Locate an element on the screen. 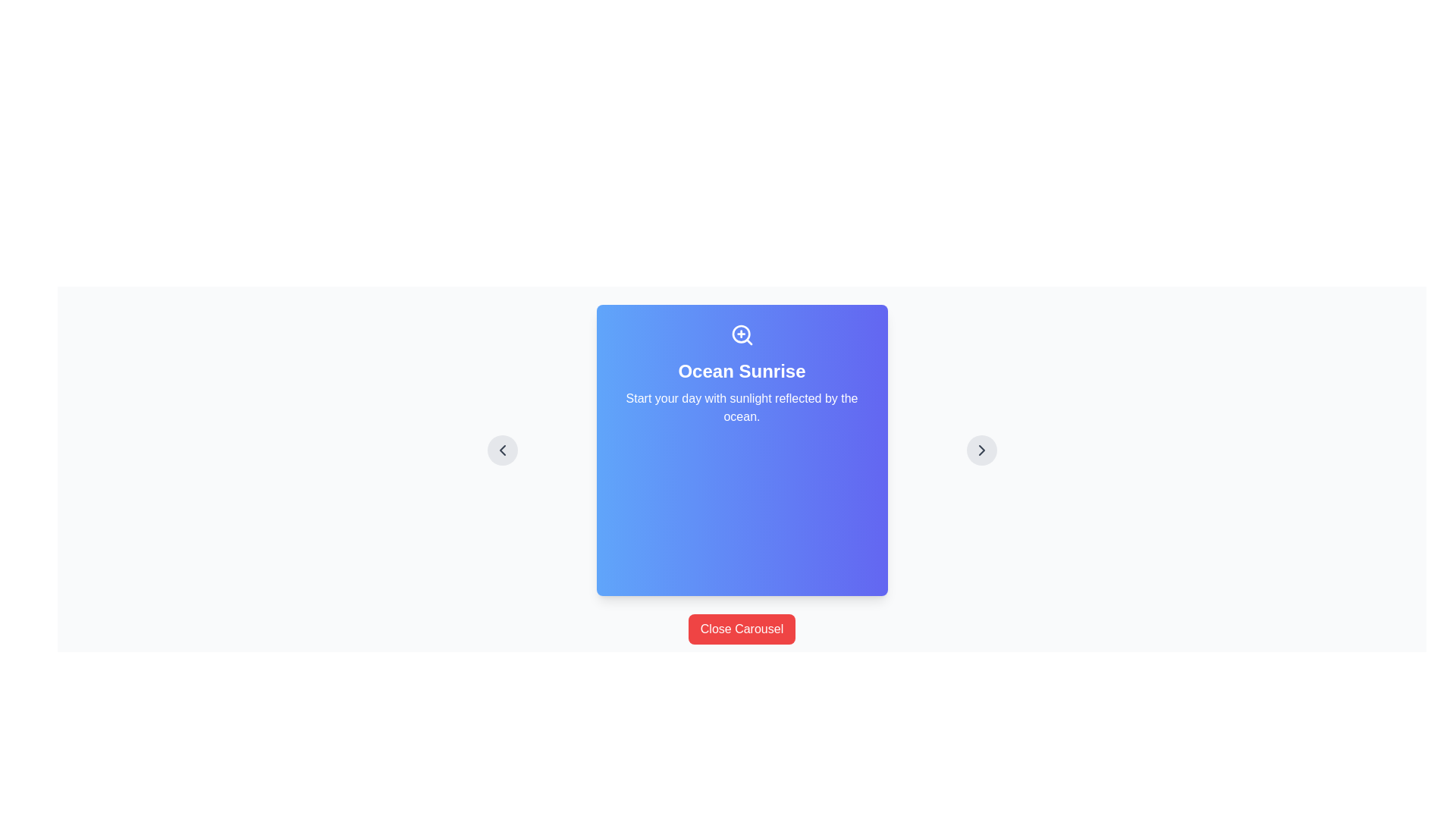  the Informational Card located at the center of the carousel, which provides information or a preview of the content represented by the title and subtitle is located at coordinates (742, 450).